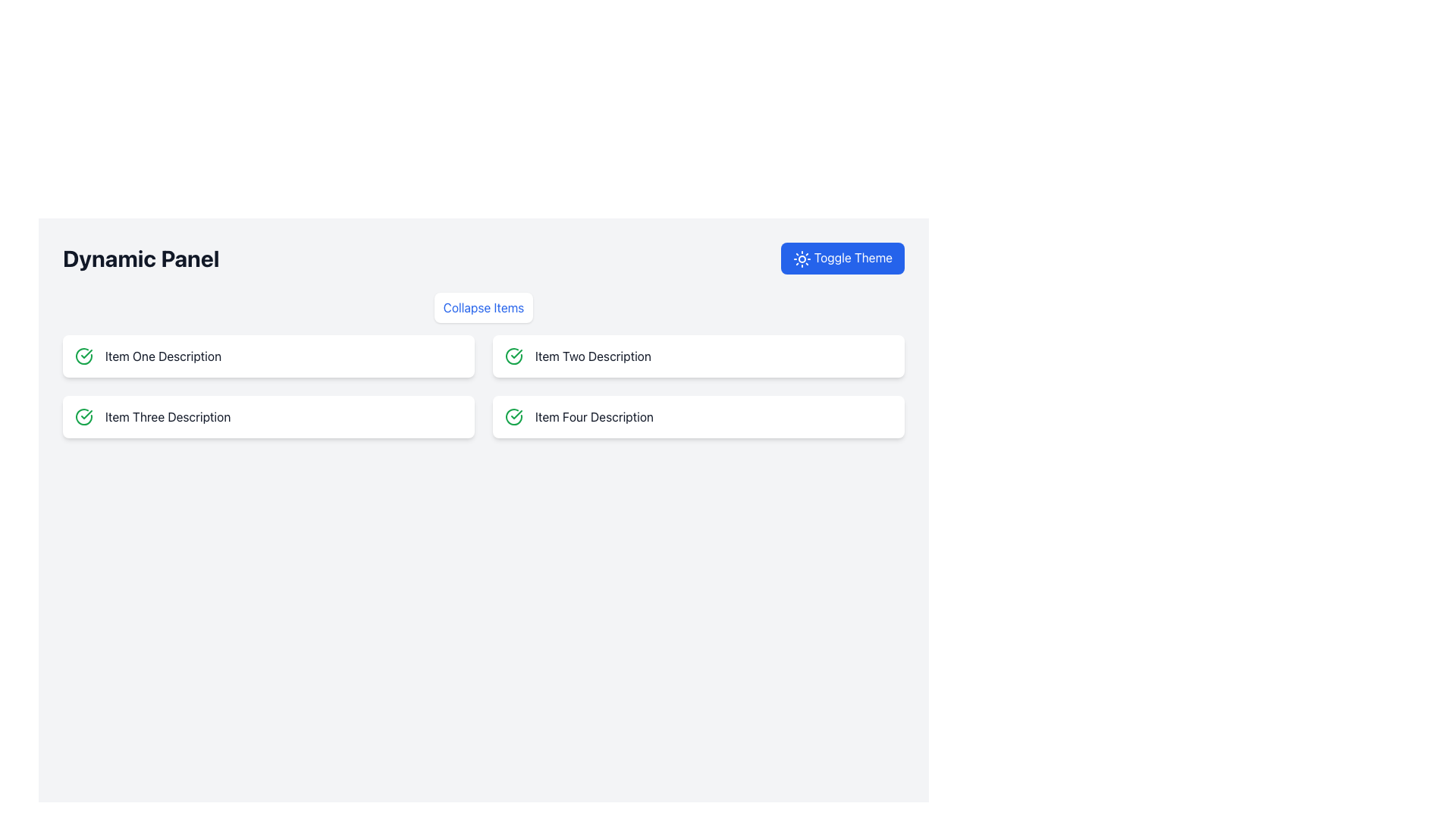 The width and height of the screenshot is (1456, 819). Describe the element at coordinates (513, 416) in the screenshot. I see `the circular icon with a green outline and a checkmark located to the left of 'Item Four Description' in the bottom-right card of the grid layout` at that location.